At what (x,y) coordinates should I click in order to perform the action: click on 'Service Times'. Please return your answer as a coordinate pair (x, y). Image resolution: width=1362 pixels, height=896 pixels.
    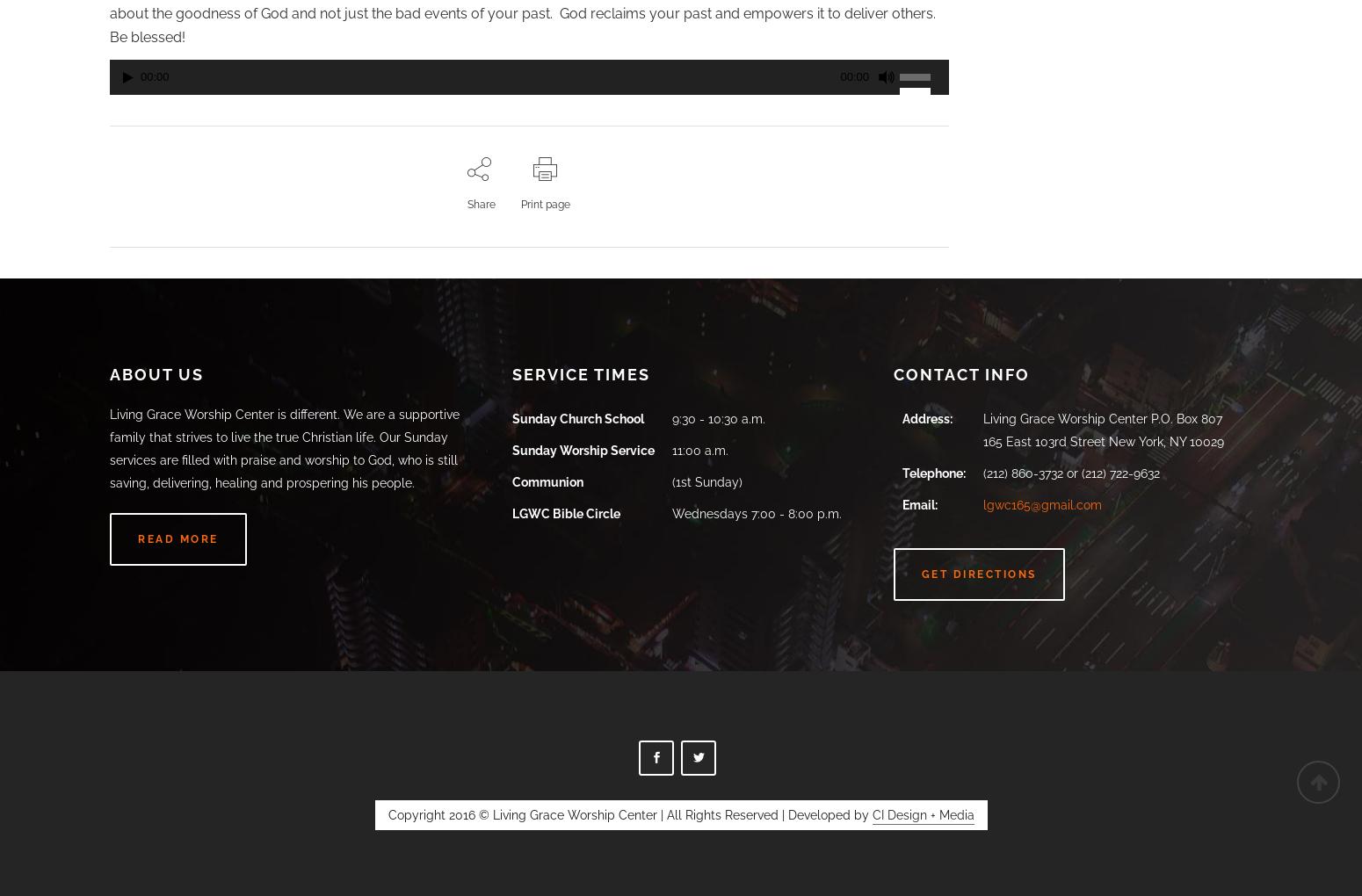
    Looking at the image, I should click on (580, 373).